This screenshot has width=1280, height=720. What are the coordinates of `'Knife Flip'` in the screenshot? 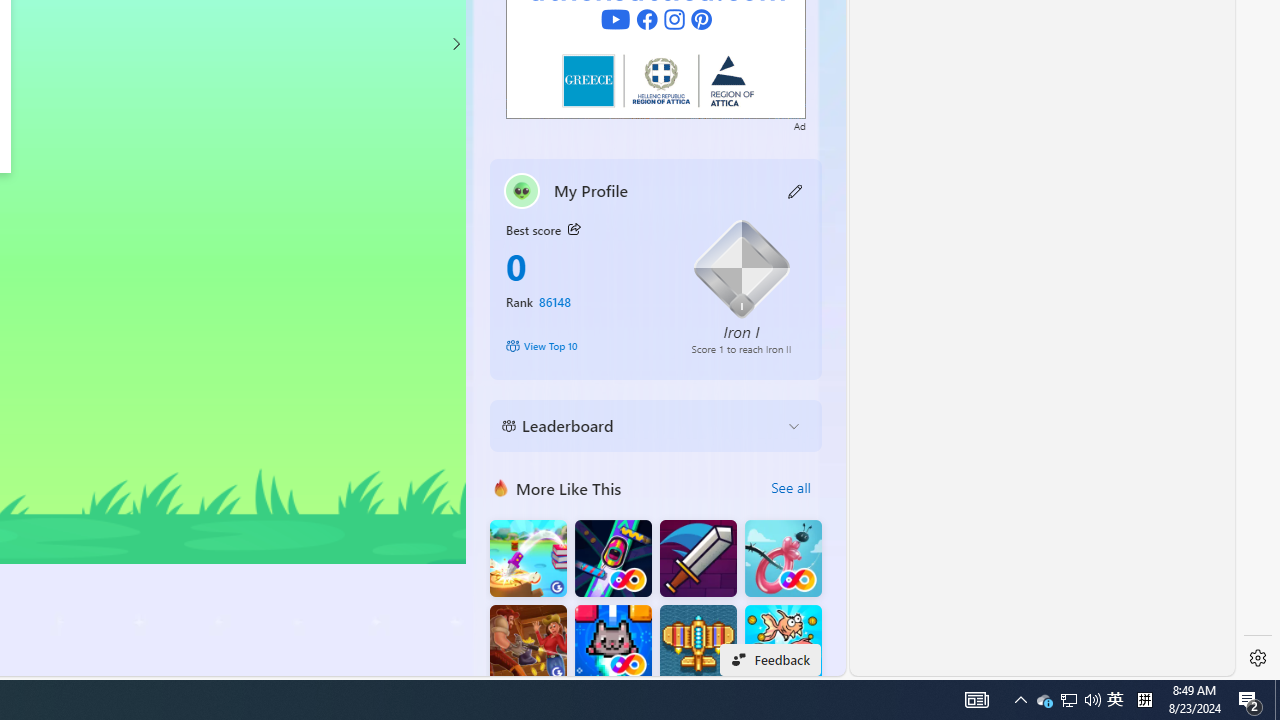 It's located at (528, 558).